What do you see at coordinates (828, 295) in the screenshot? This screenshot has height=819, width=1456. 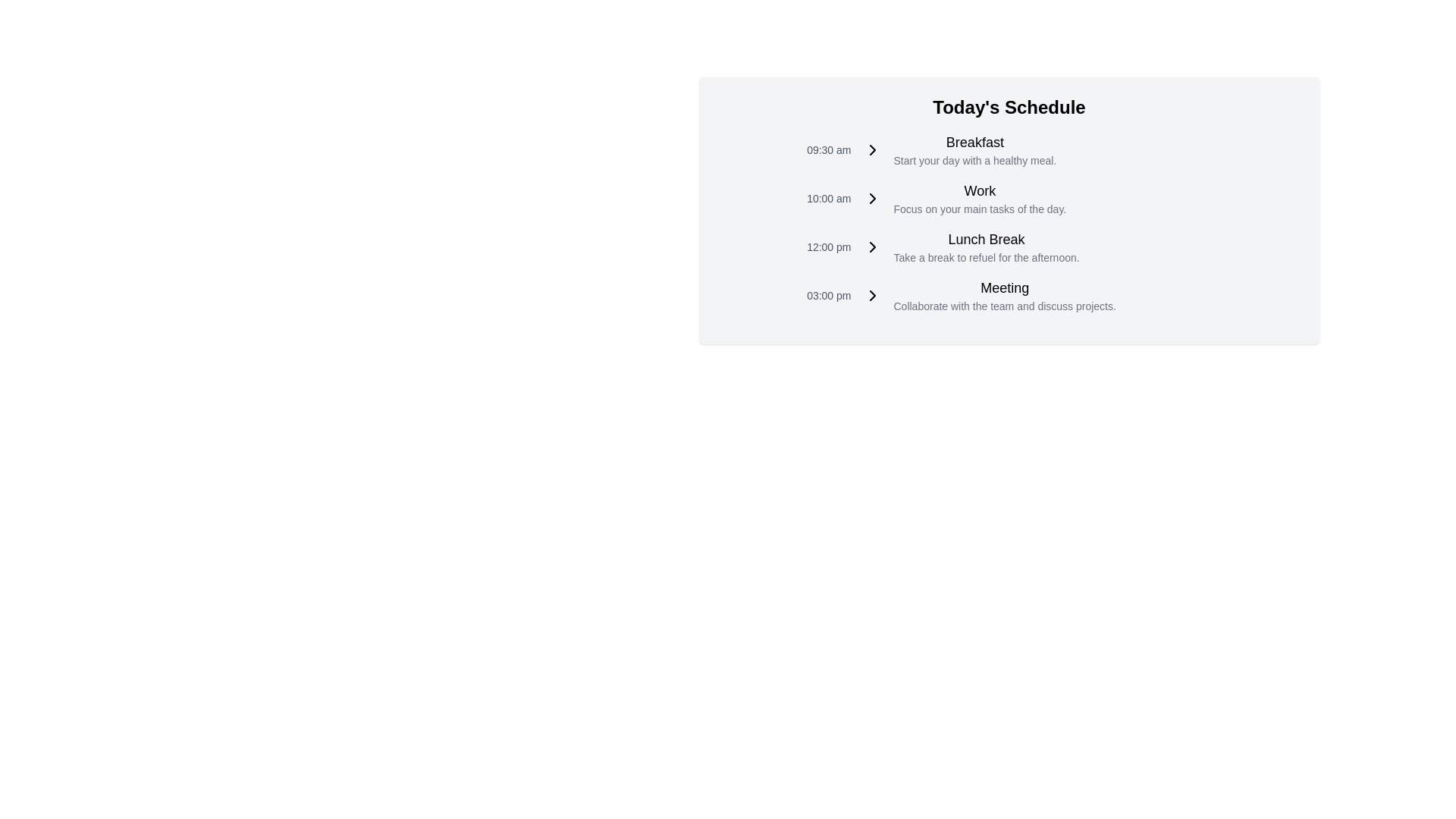 I see `the timestamp text that indicates the time associated with the 'Meeting' activity in the schedule, which is located beneath the '12:00 pm' timestamp and adjacent to the 'Meeting' label` at bounding box center [828, 295].